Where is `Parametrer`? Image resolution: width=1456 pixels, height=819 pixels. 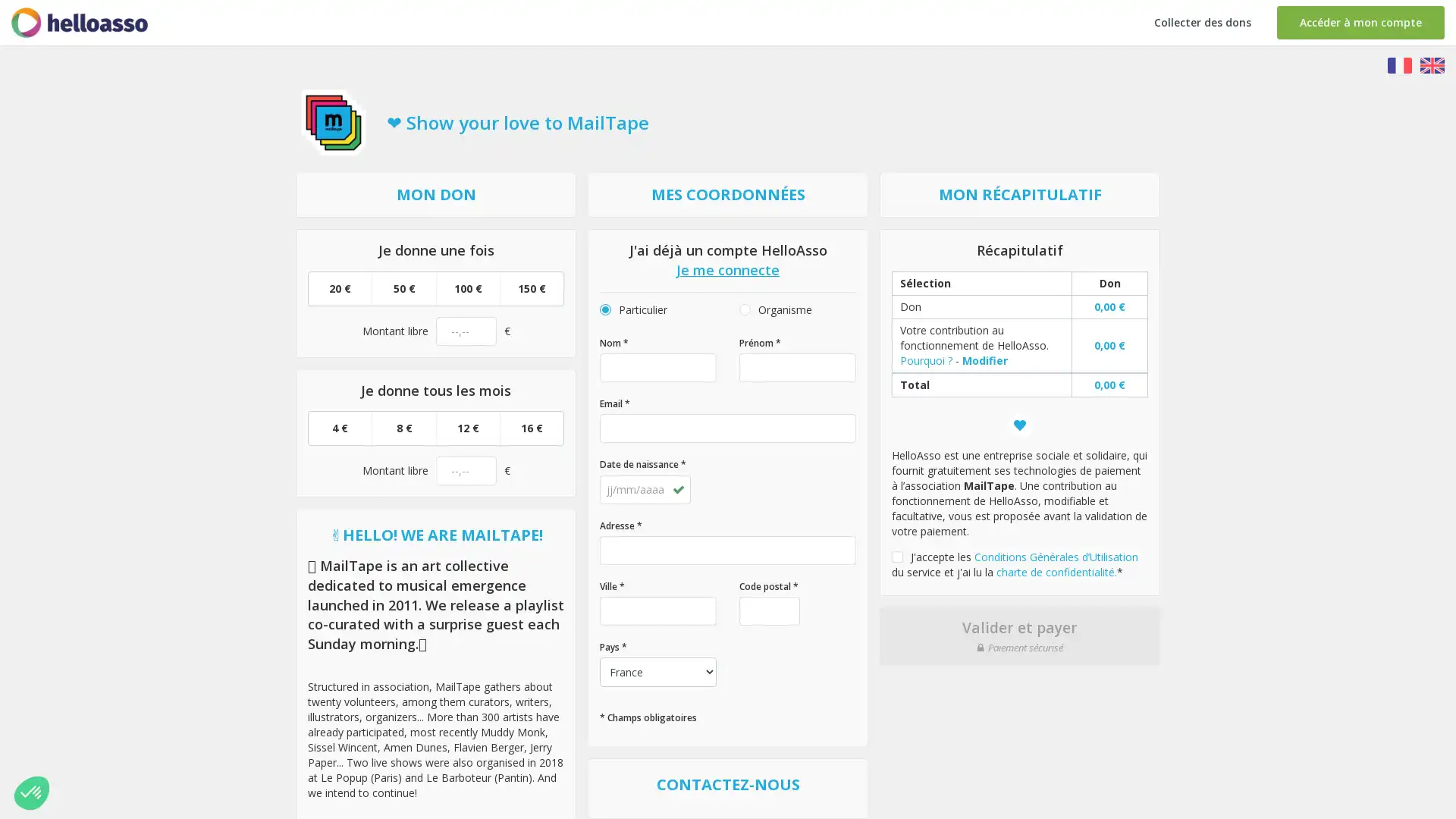
Parametrer is located at coordinates (174, 742).